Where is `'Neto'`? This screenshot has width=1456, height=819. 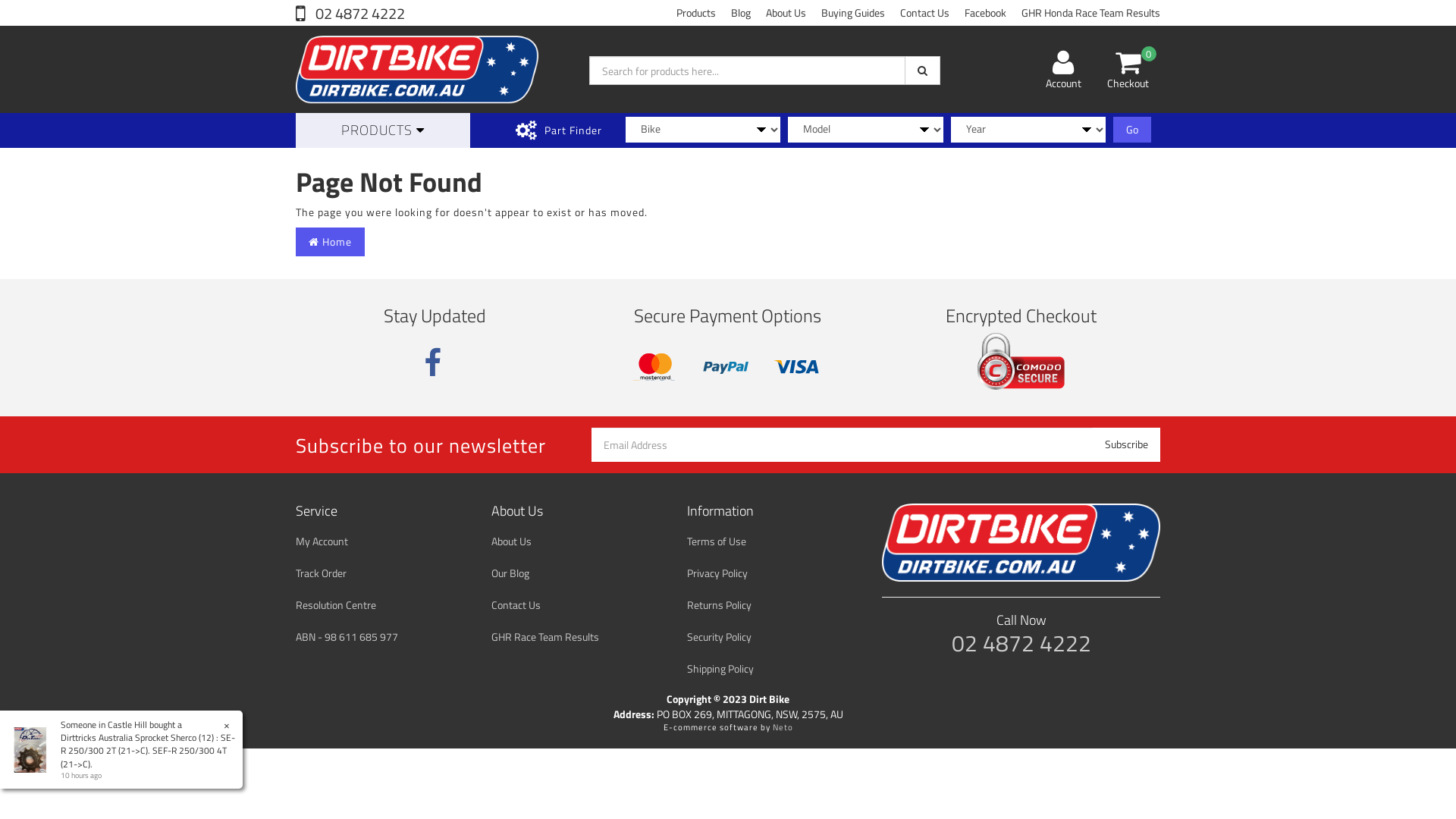
'Neto' is located at coordinates (782, 726).